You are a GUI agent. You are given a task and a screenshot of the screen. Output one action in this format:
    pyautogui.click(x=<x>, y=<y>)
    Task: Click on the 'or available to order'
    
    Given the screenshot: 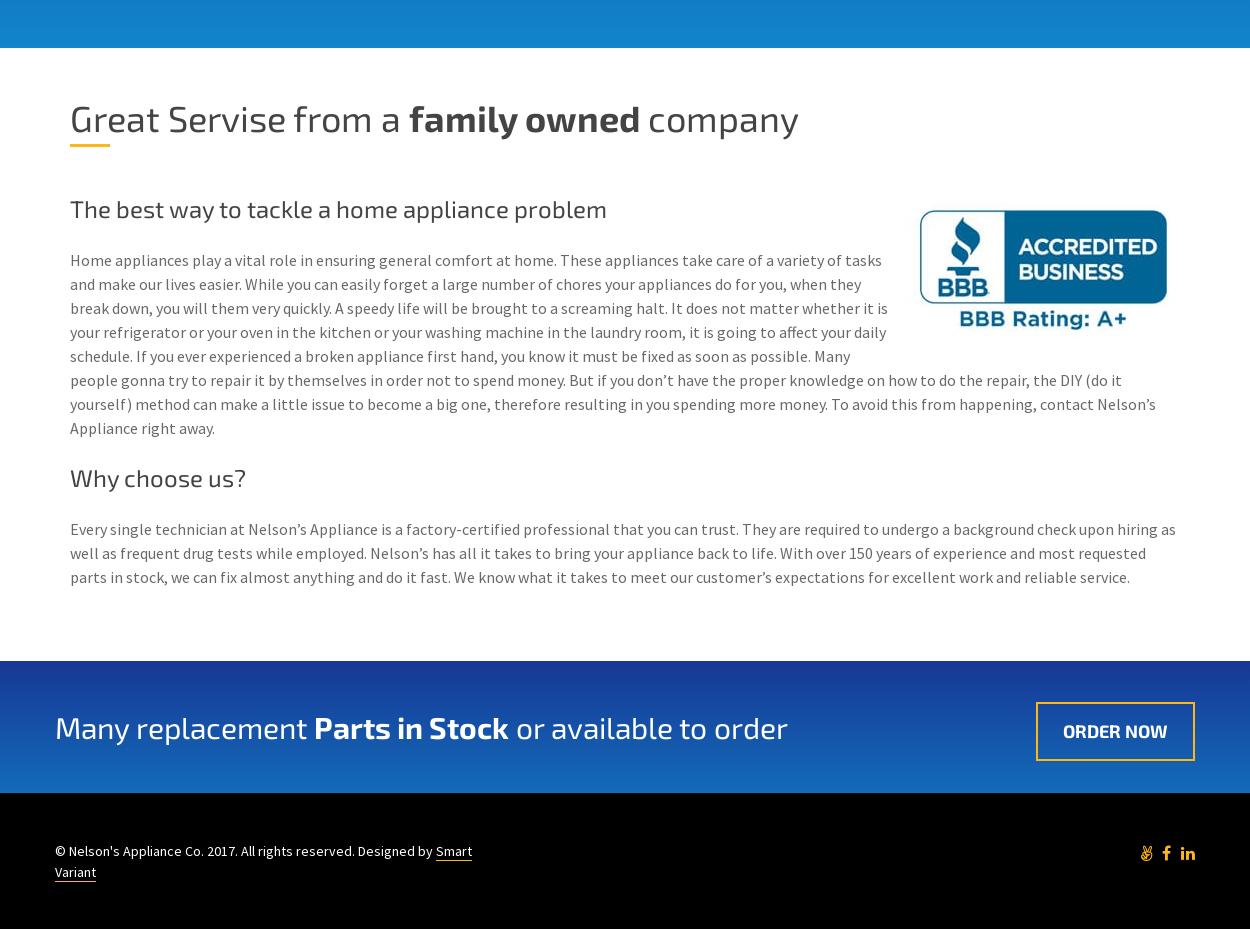 What is the action you would take?
    pyautogui.click(x=648, y=726)
    